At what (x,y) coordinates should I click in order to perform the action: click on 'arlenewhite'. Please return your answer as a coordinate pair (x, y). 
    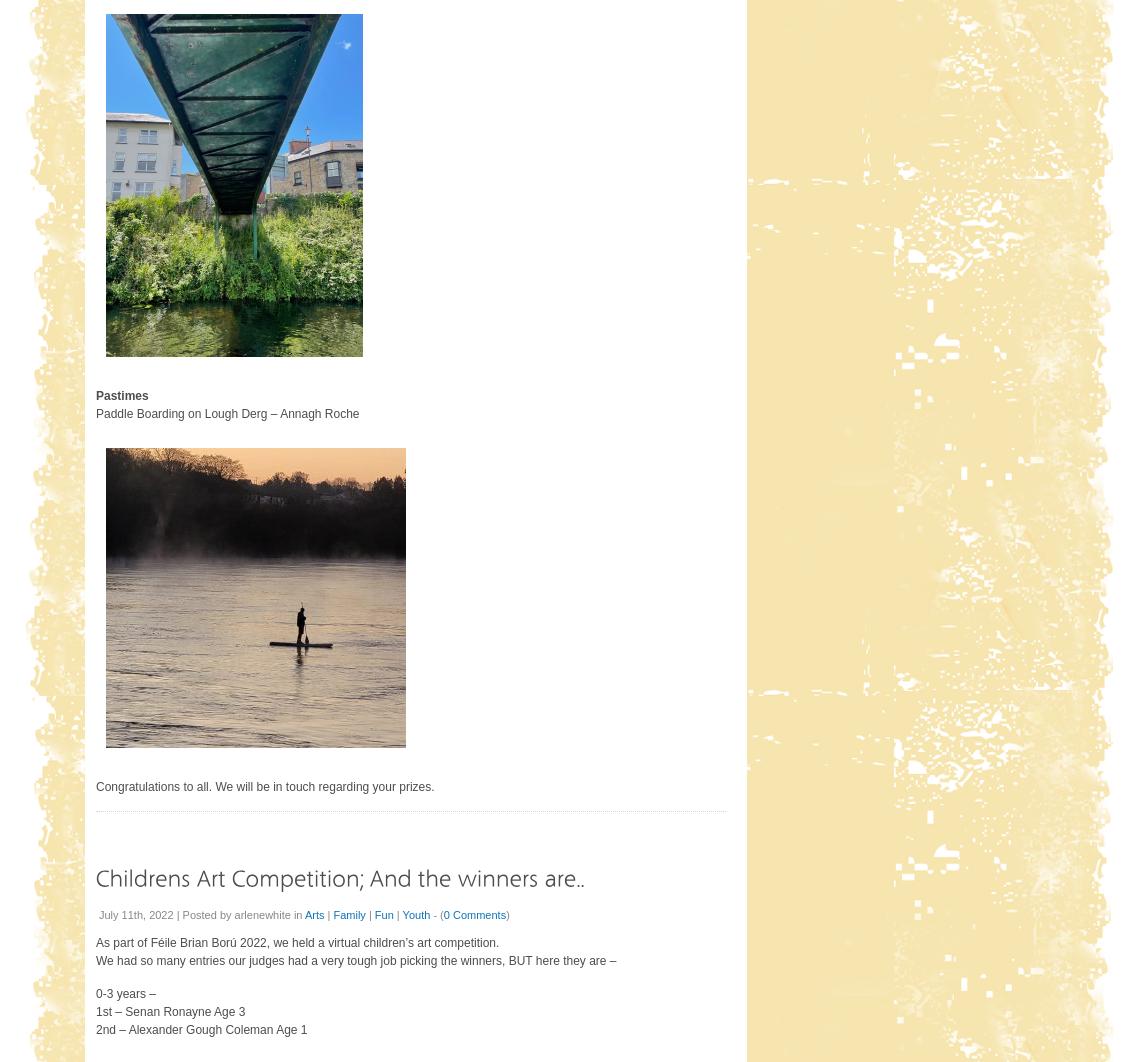
    Looking at the image, I should click on (260, 912).